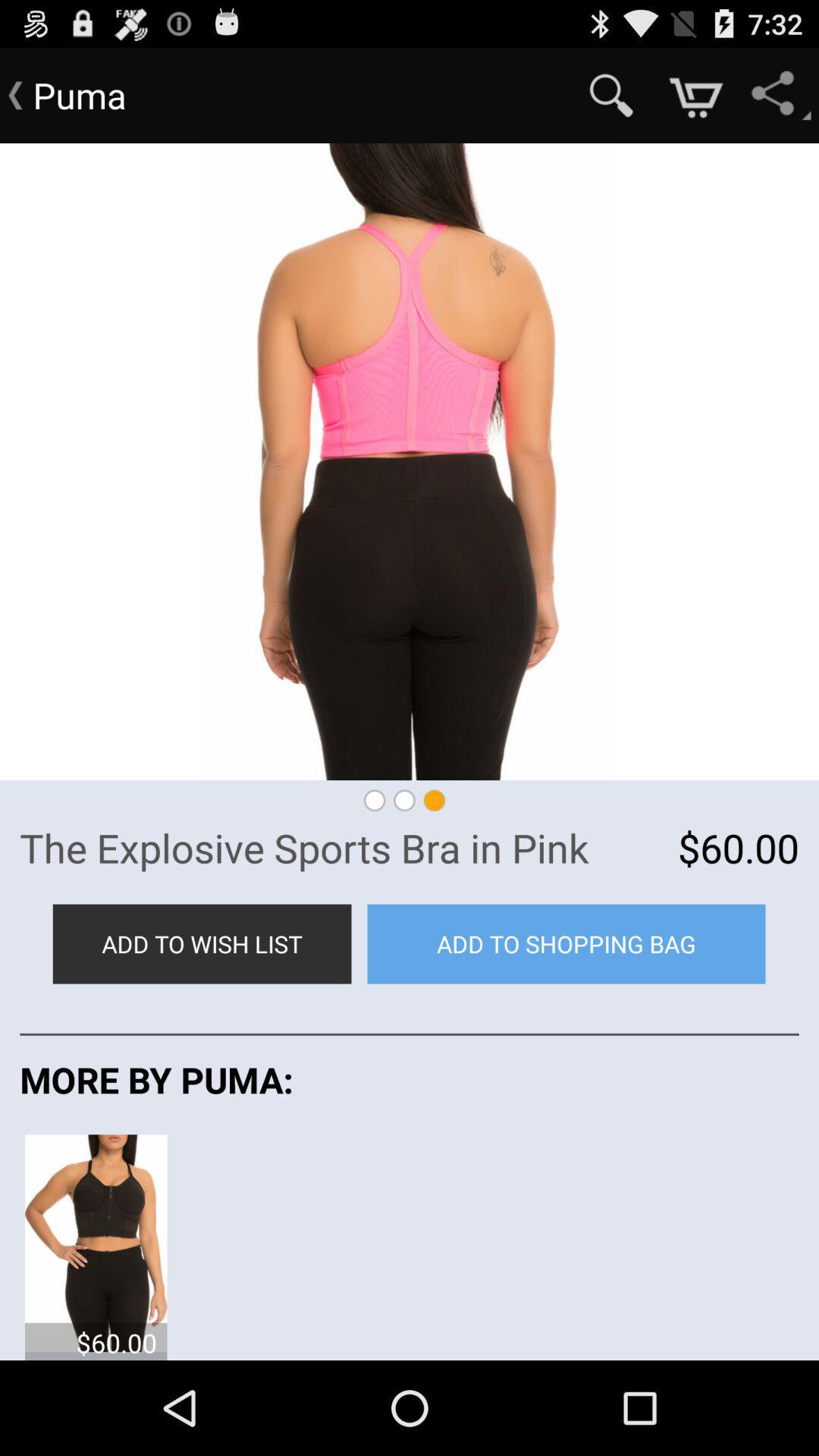 The image size is (819, 1456). What do you see at coordinates (96, 1241) in the screenshot?
I see `other option` at bounding box center [96, 1241].